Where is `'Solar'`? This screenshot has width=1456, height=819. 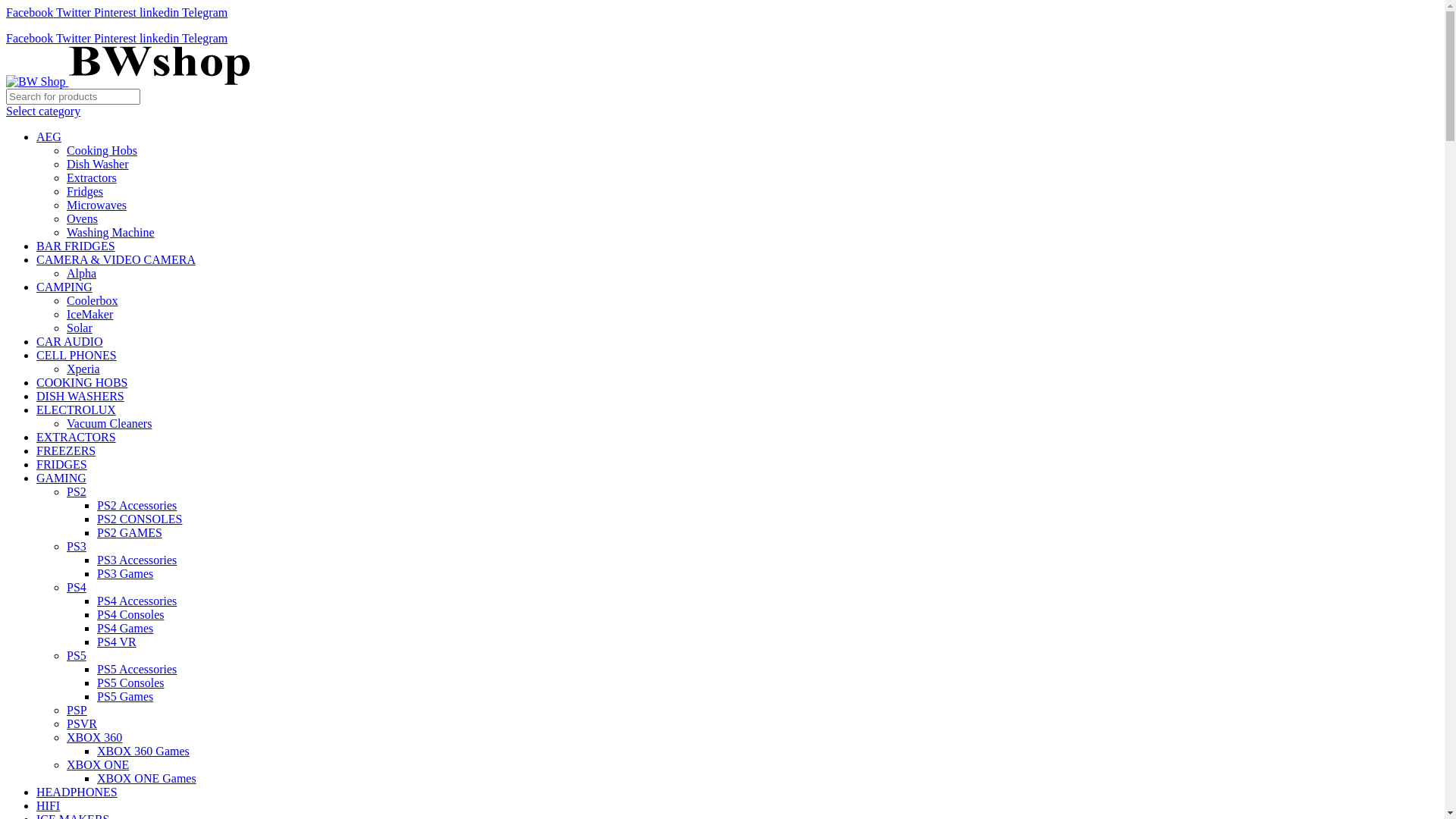 'Solar' is located at coordinates (79, 327).